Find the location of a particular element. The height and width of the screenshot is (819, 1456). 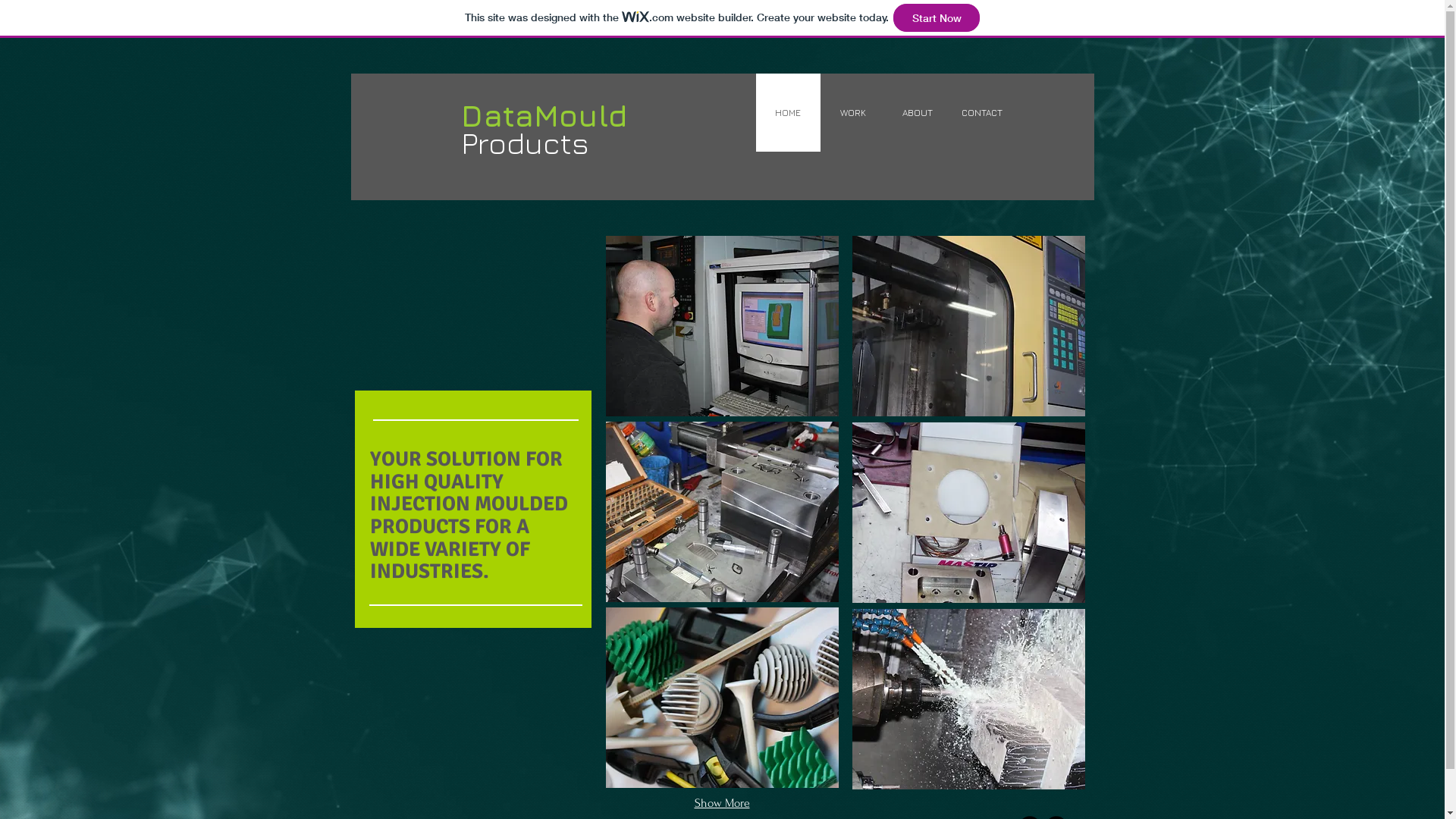

'ABOUT' is located at coordinates (915, 111).